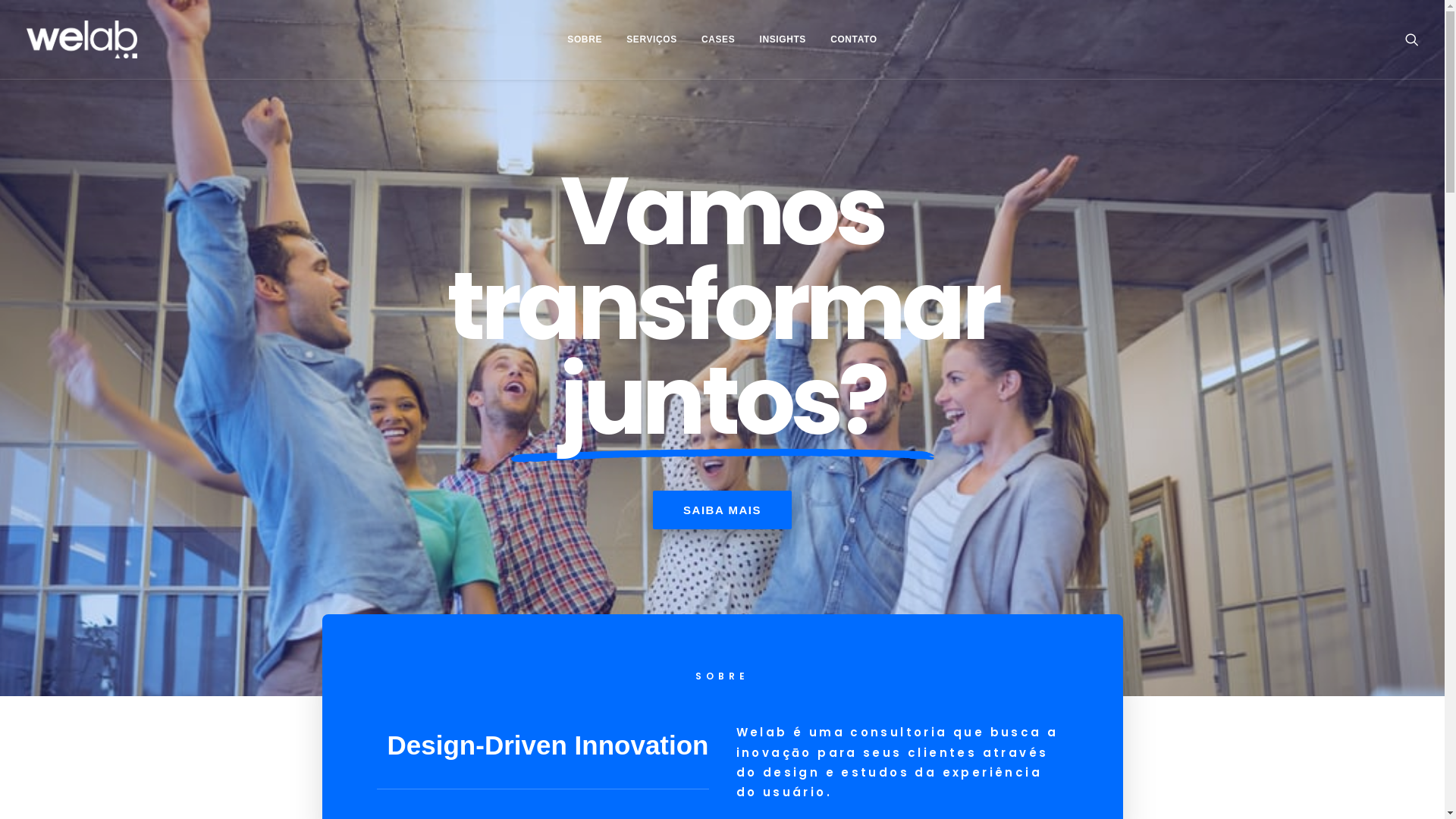 The image size is (1456, 819). What do you see at coordinates (717, 38) in the screenshot?
I see `'CASES'` at bounding box center [717, 38].